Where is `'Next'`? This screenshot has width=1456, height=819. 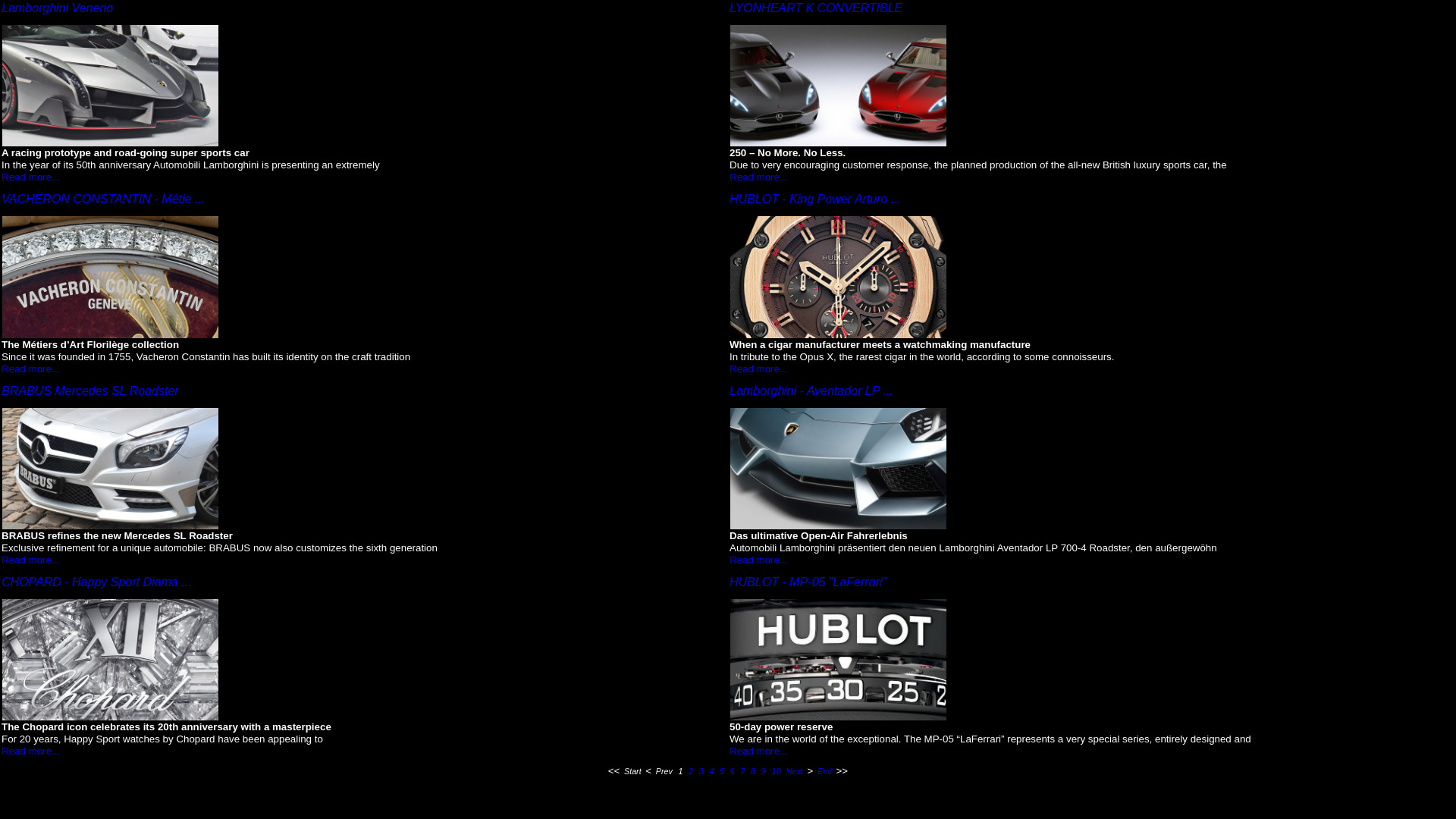
'Next' is located at coordinates (785, 771).